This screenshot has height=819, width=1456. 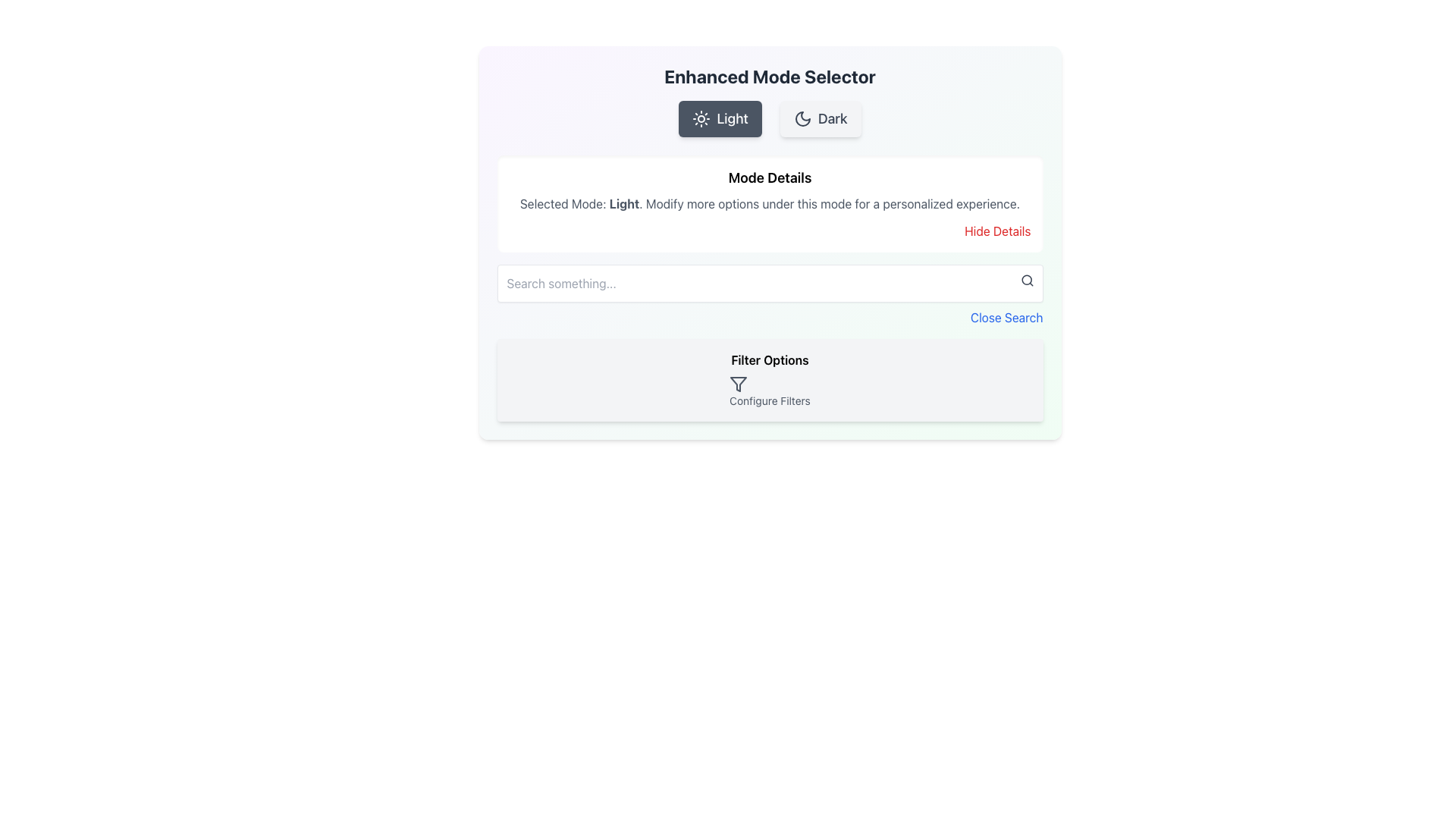 What do you see at coordinates (801, 118) in the screenshot?
I see `the dark mode toggle icon located to the left of the 'Dark' label in the top-right corner of the 'Enhanced Mode Selector' section` at bounding box center [801, 118].